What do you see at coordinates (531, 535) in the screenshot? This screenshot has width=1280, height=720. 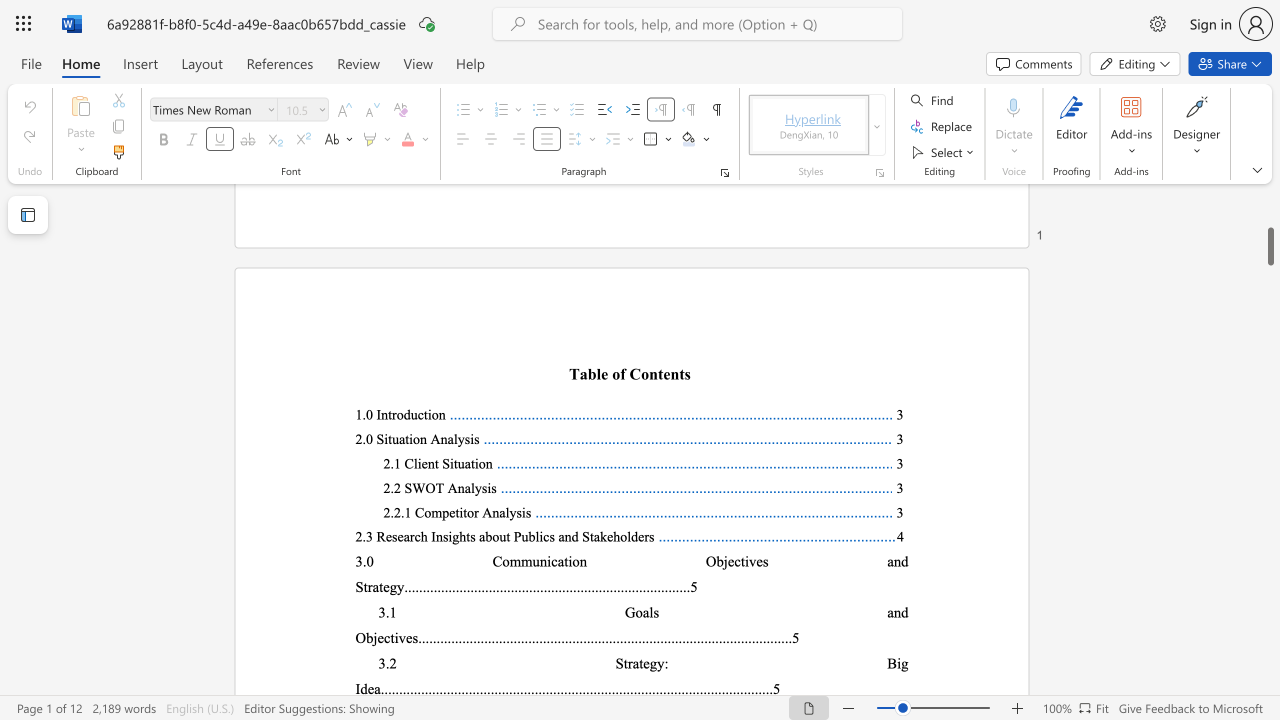 I see `the 2th character "b" in the text` at bounding box center [531, 535].